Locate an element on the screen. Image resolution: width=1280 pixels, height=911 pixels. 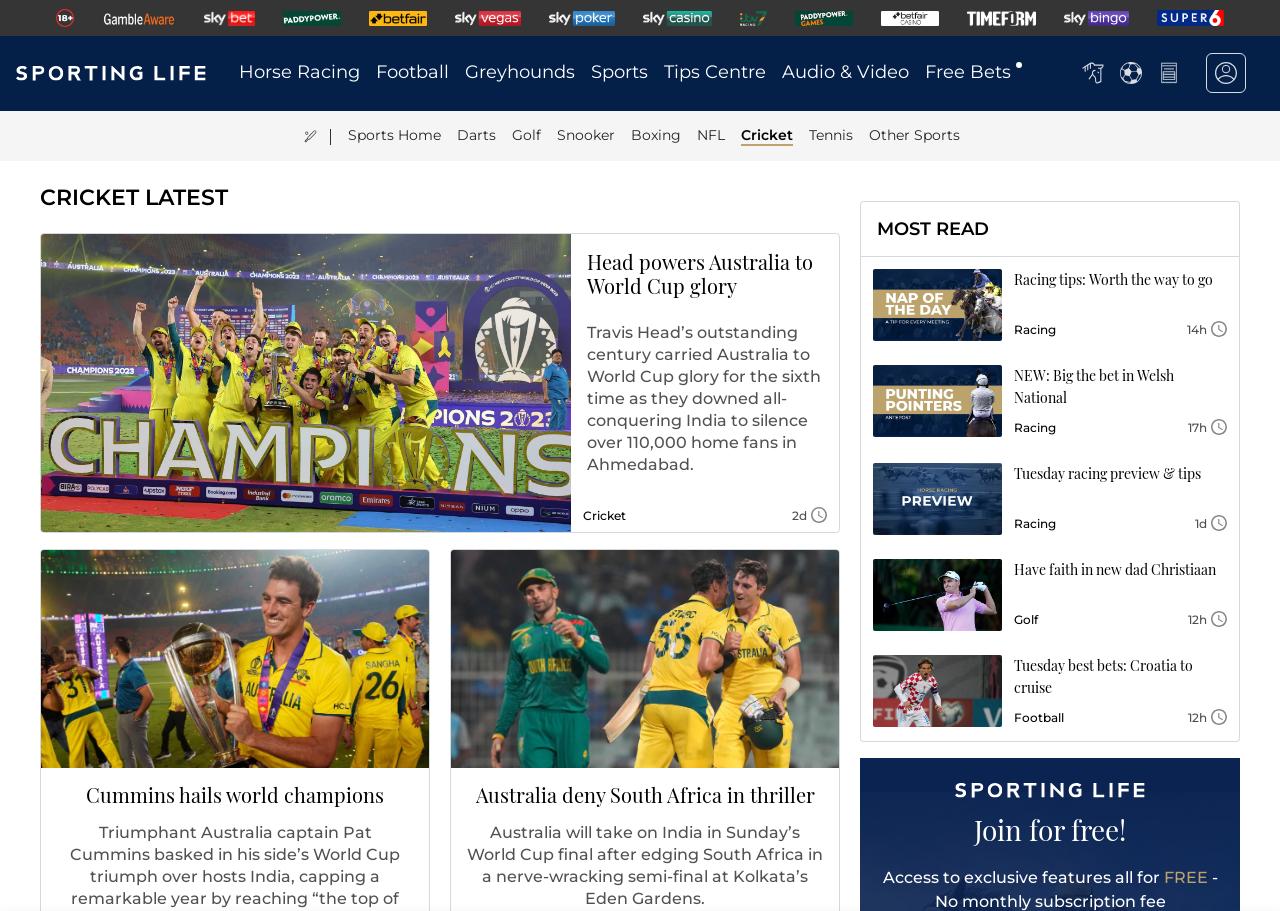
'|' is located at coordinates (329, 134).